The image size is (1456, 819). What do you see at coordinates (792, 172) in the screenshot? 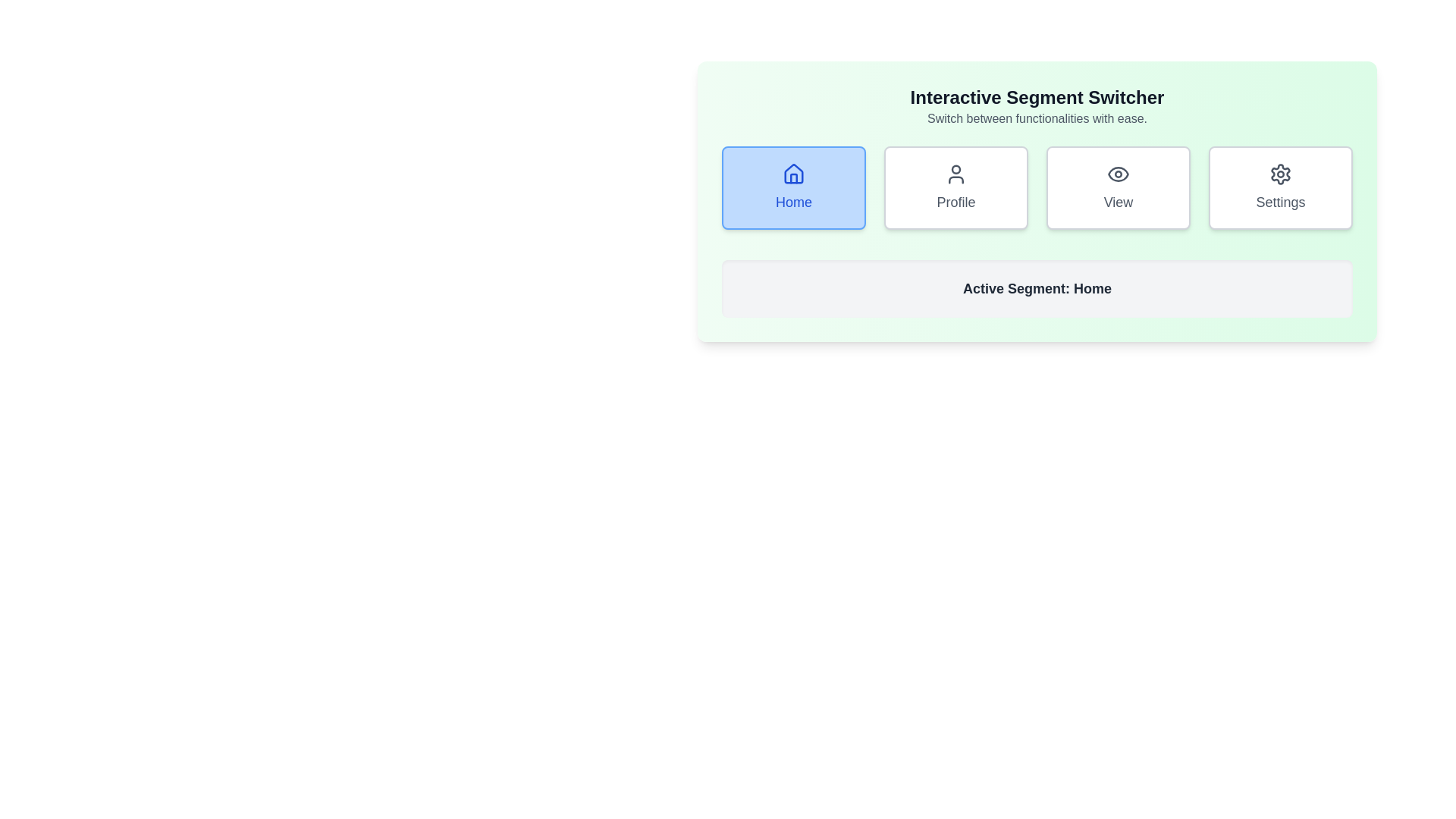
I see `the house icon within the 'Home' button, which is part of a green panel and features a blue background when active` at bounding box center [792, 172].